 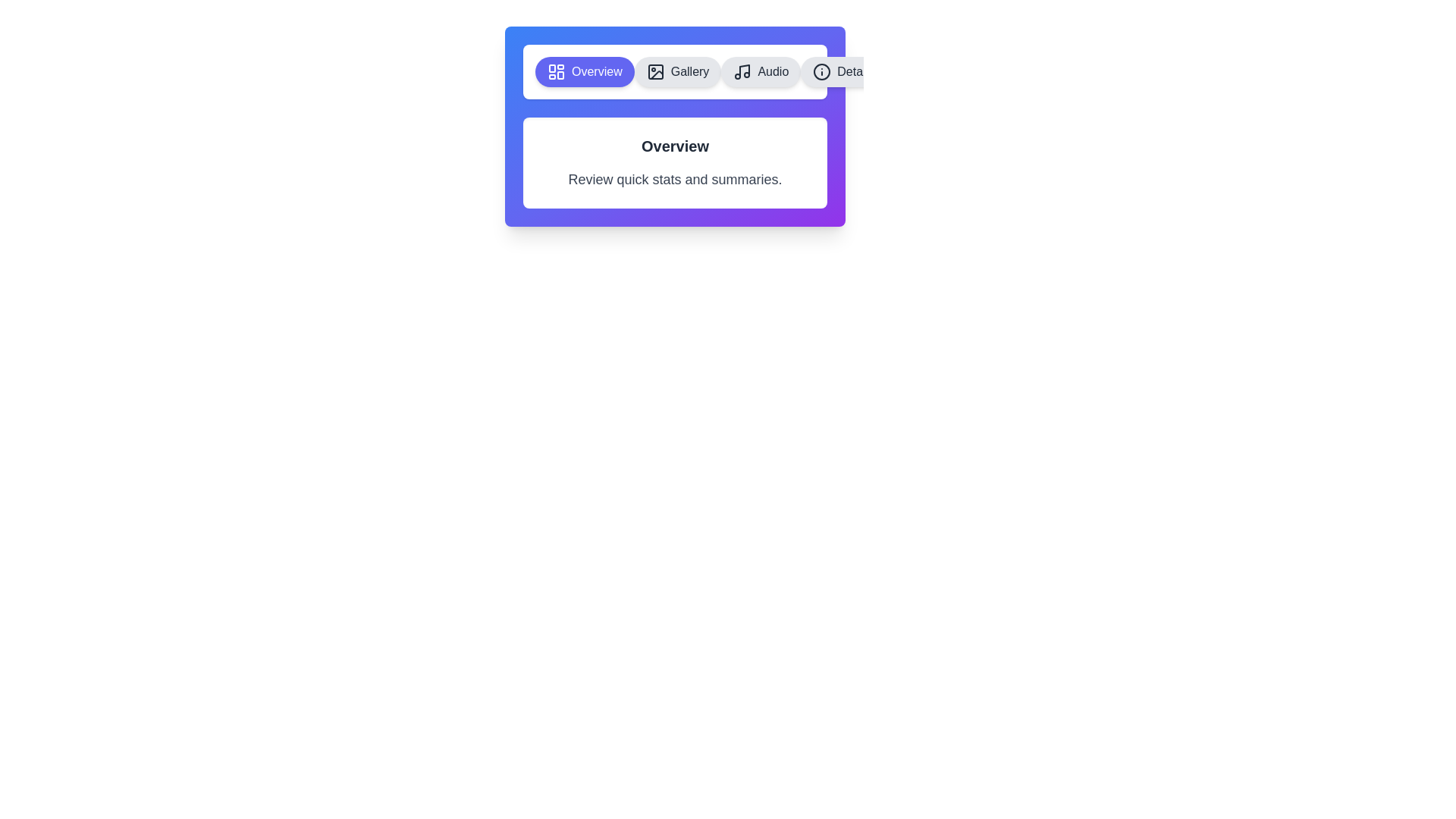 I want to click on the Details tab, so click(x=843, y=72).